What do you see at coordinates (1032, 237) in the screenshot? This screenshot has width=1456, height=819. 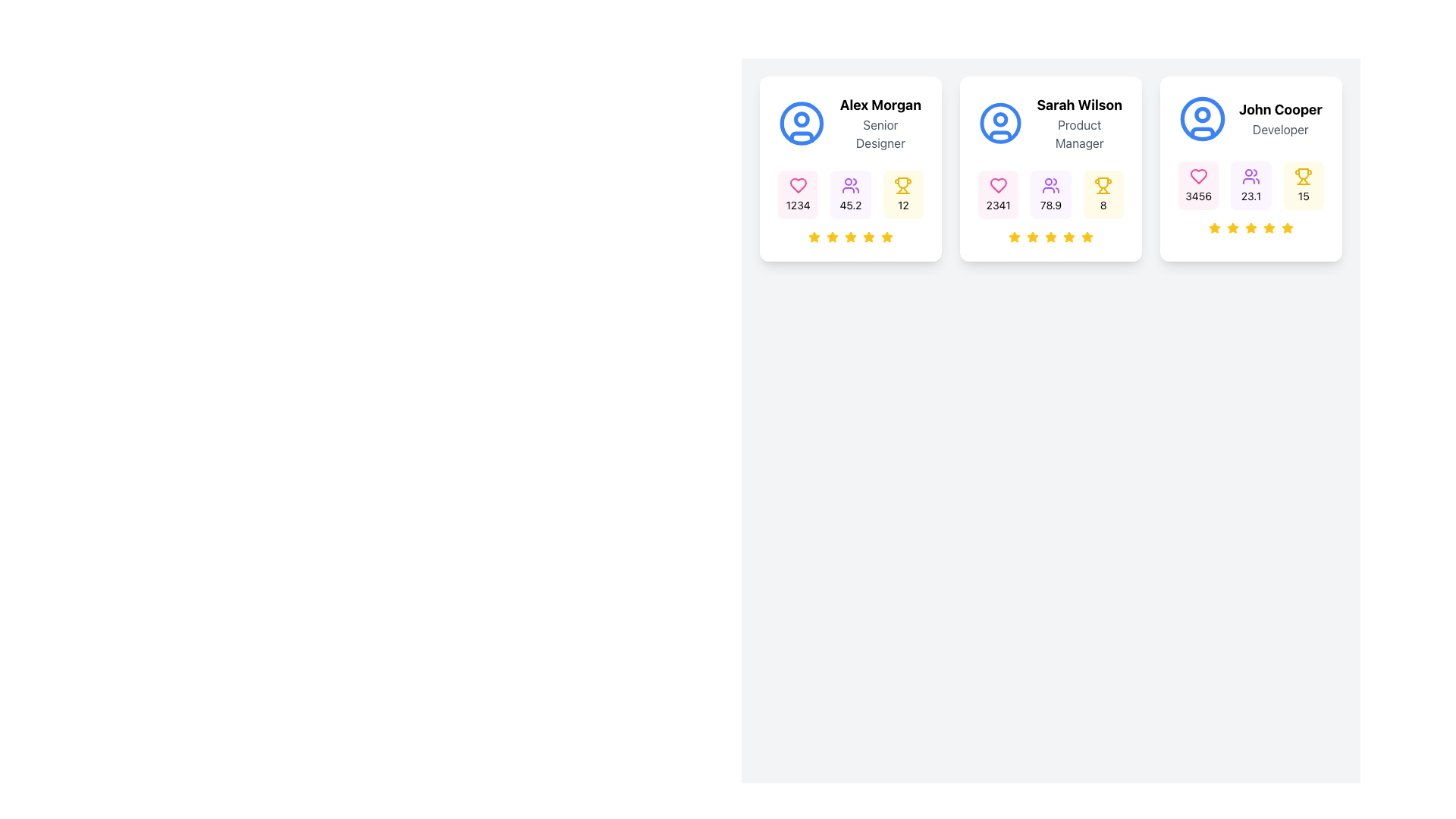 I see `the second star icon in the rating system below the name 'Sarah Wilson'` at bounding box center [1032, 237].